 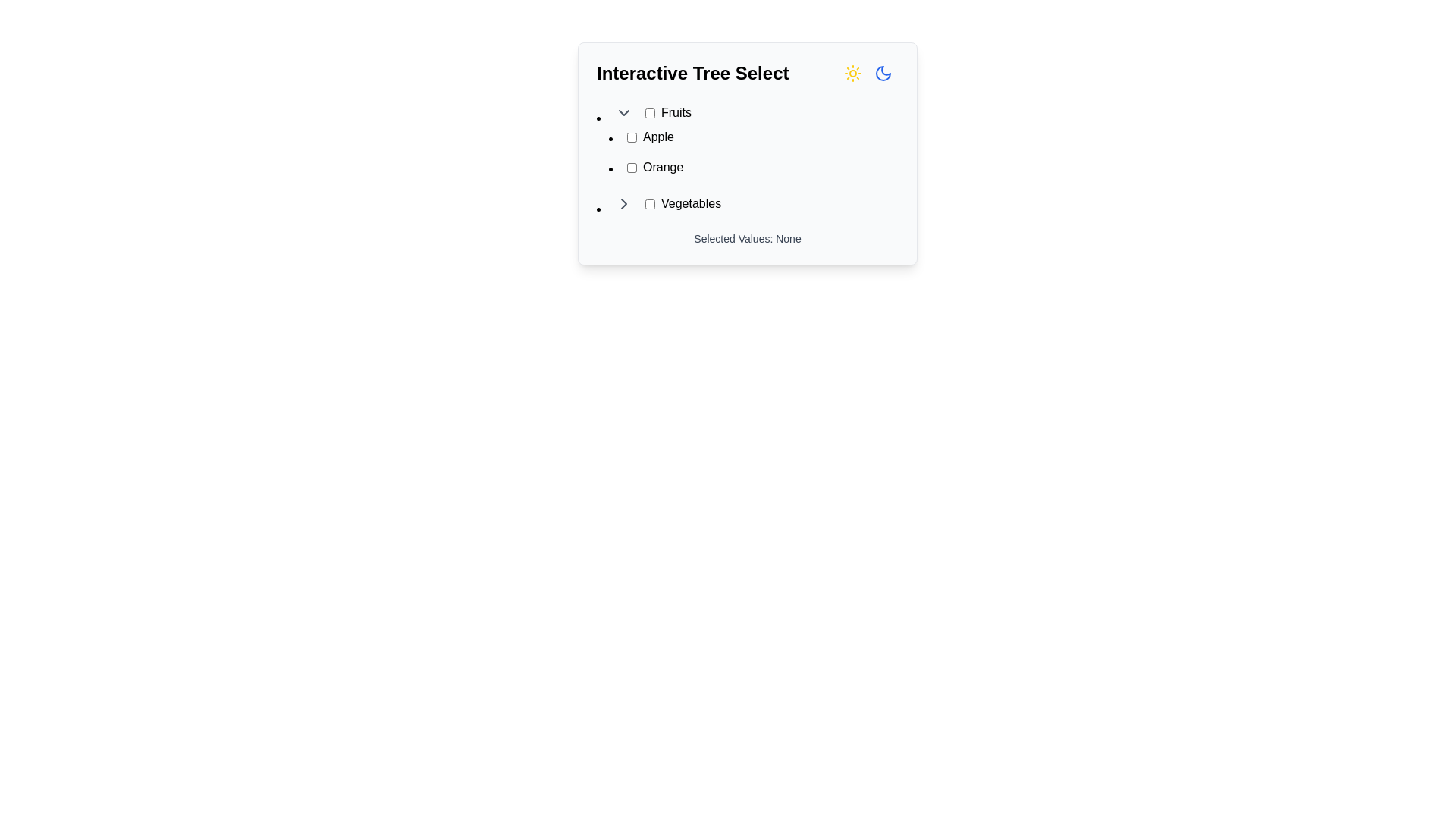 What do you see at coordinates (852, 73) in the screenshot?
I see `the daylight or brightness toggle icon located near the top right corner of the 'Interactive Tree Select' panel` at bounding box center [852, 73].